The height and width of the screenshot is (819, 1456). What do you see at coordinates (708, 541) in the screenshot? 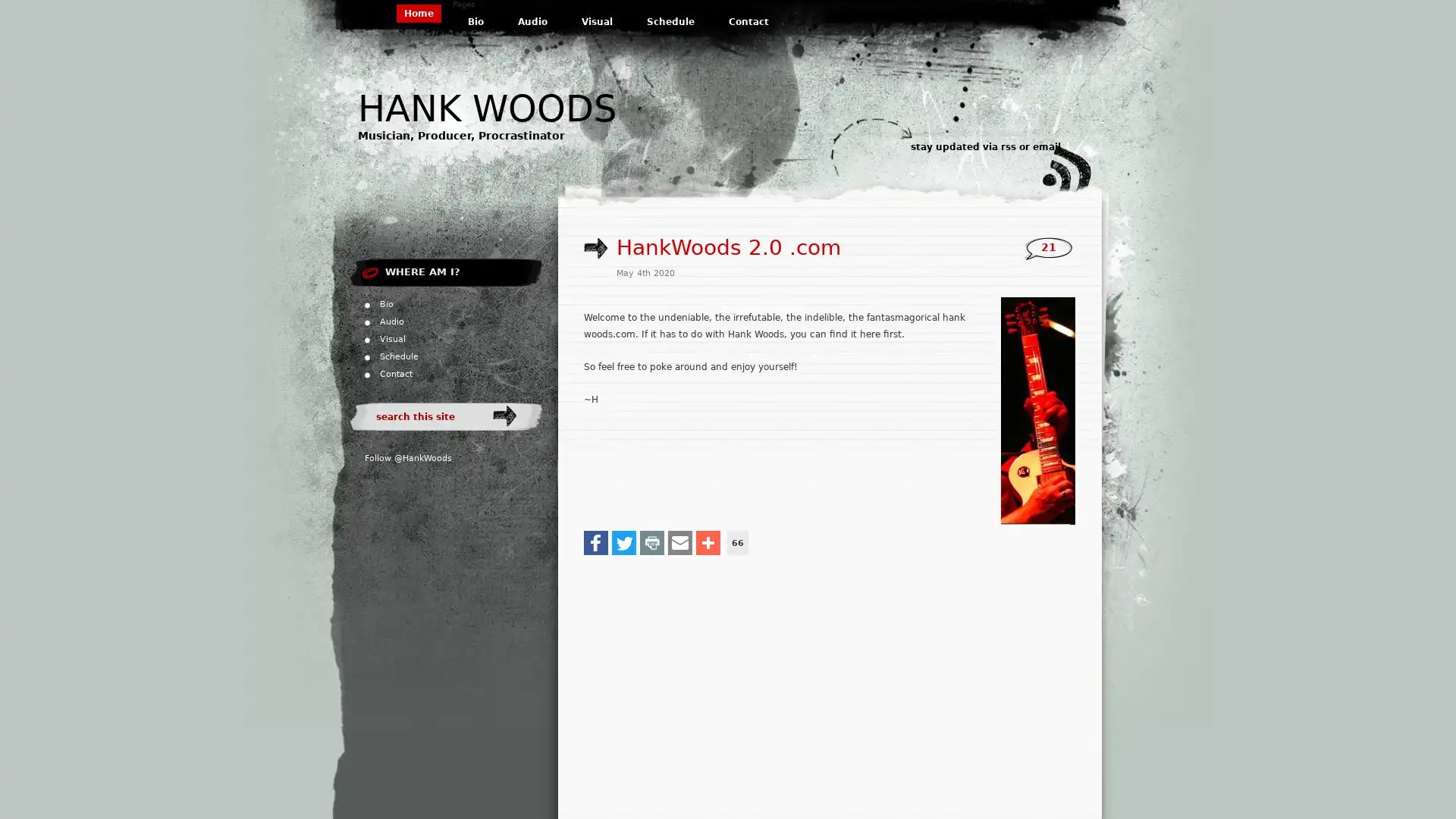
I see `Share to More` at bounding box center [708, 541].